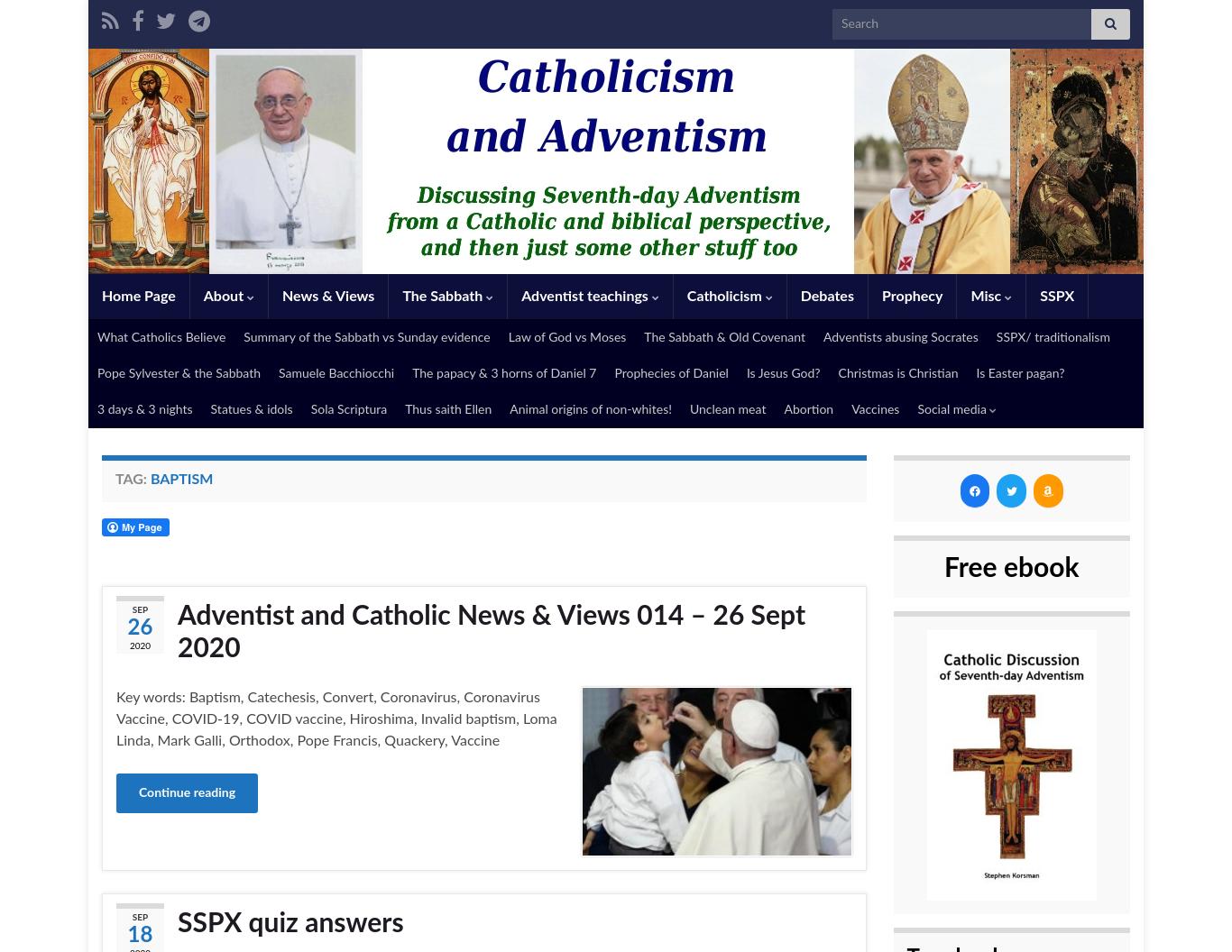 The image size is (1232, 952). I want to click on 'Is Easter pagan?', so click(1019, 374).